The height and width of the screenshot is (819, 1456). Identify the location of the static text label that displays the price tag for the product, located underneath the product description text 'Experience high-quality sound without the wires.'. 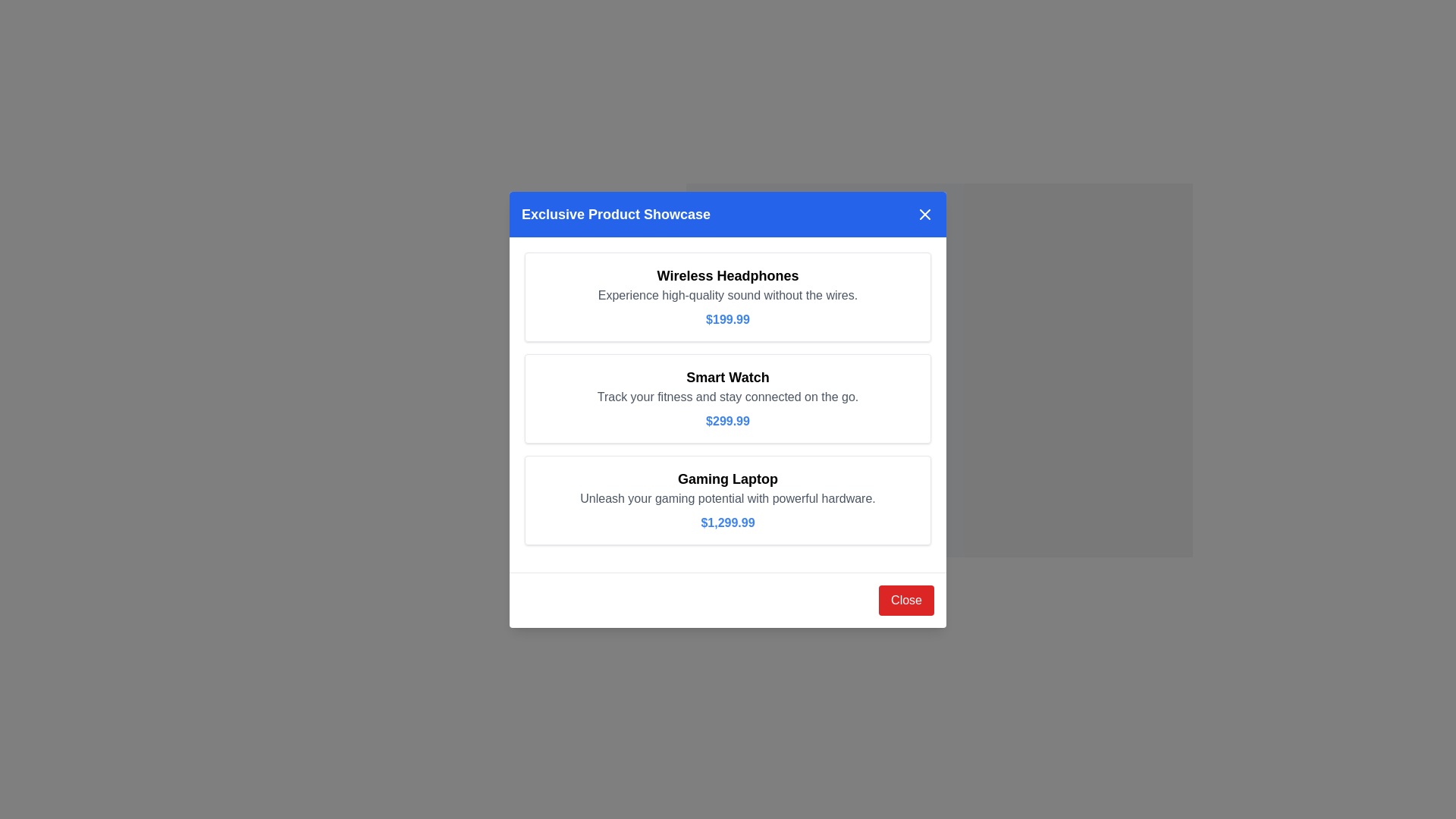
(728, 318).